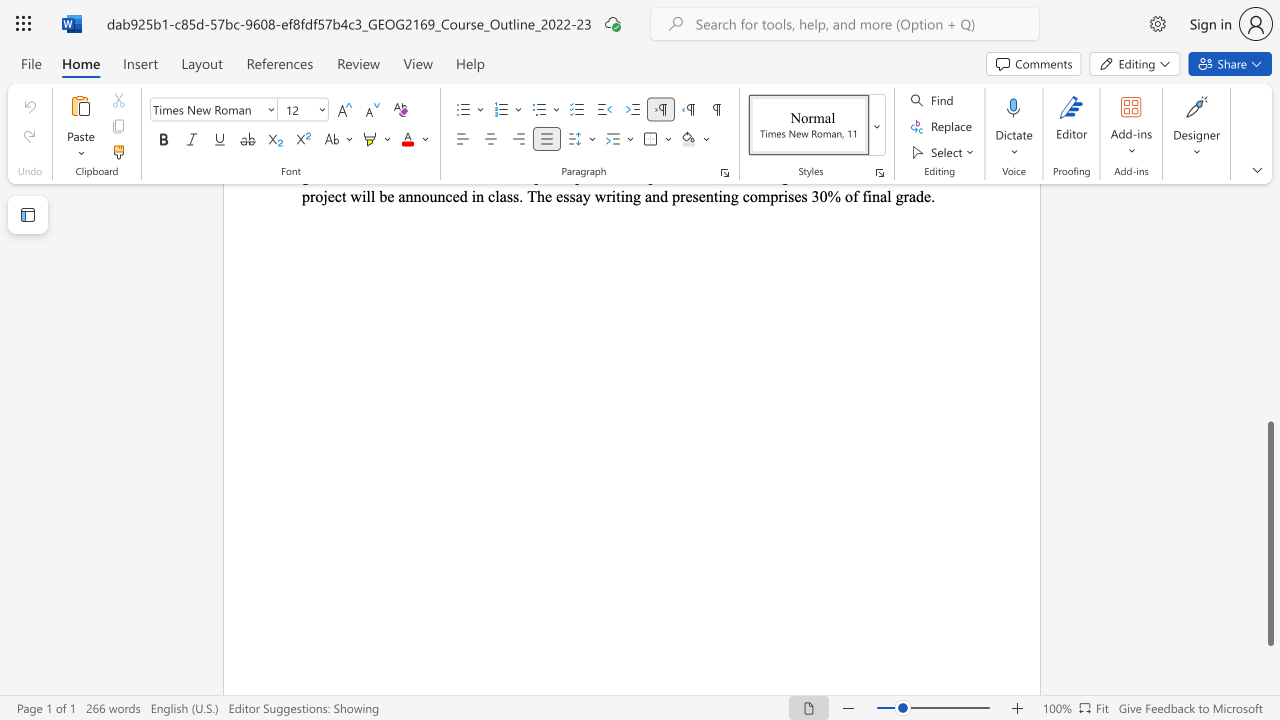  I want to click on the scrollbar to move the content higher, so click(1269, 238).